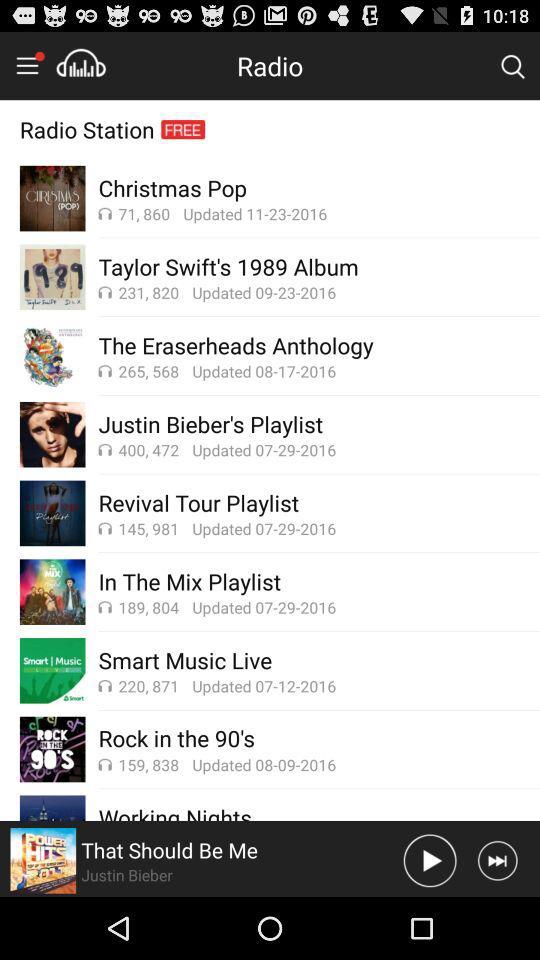 This screenshot has height=960, width=540. What do you see at coordinates (429, 921) in the screenshot?
I see `the play icon` at bounding box center [429, 921].